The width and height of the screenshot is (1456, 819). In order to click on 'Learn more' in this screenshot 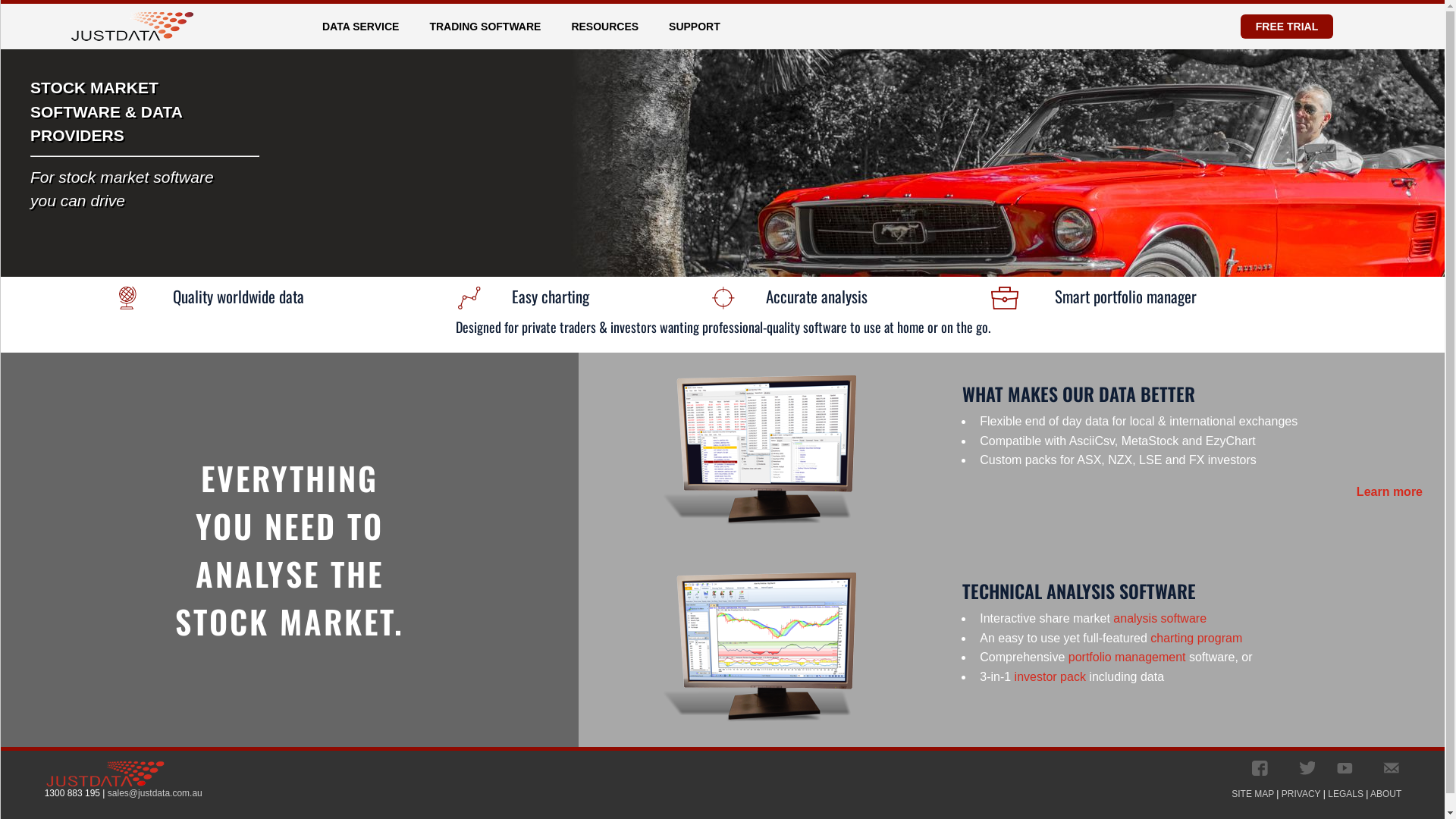, I will do `click(1389, 491)`.